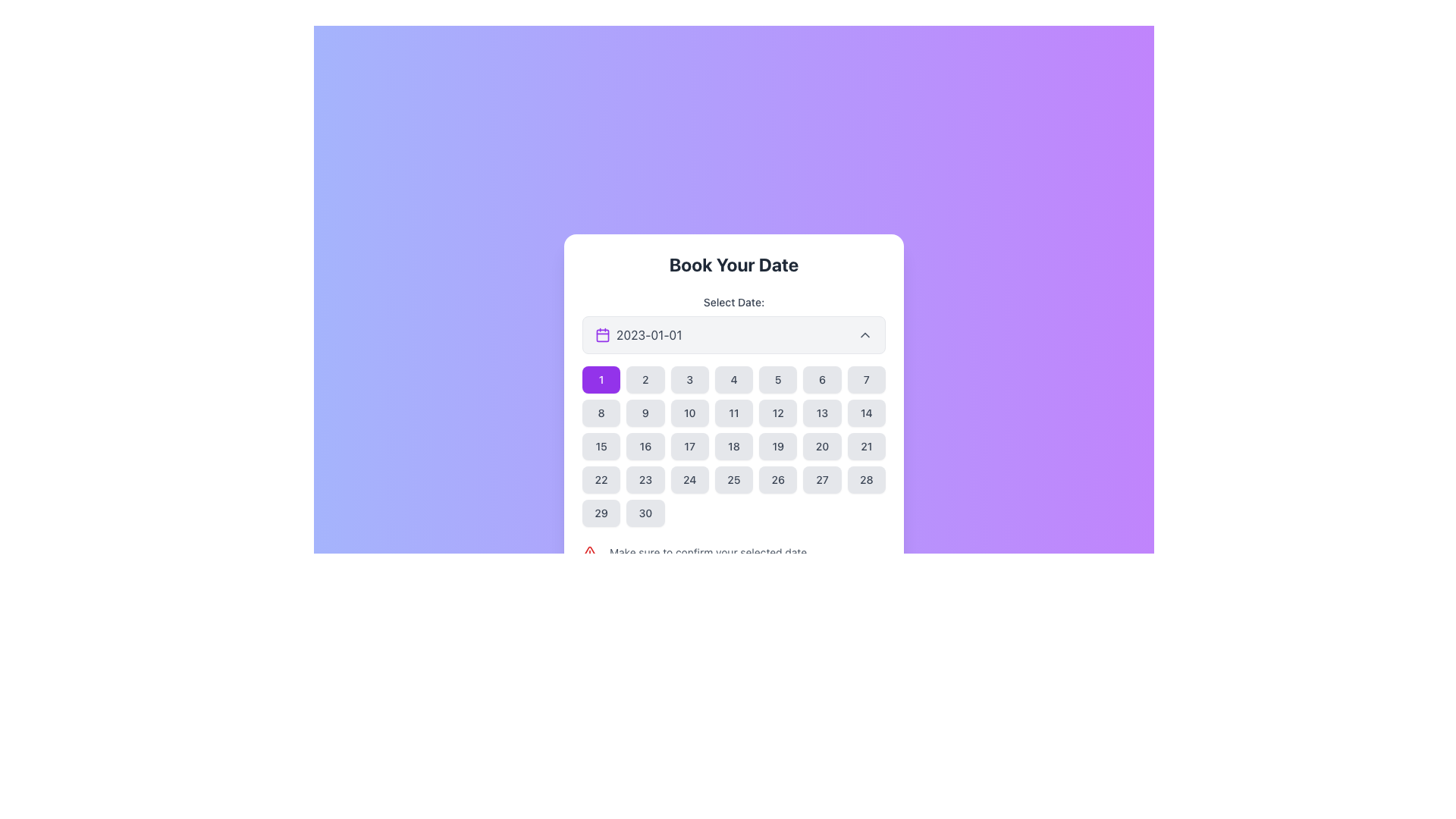 The width and height of the screenshot is (1456, 819). What do you see at coordinates (866, 479) in the screenshot?
I see `the selectable date option button for the date '28' in the calendar interface located in the sixth row and seventh column of the grid` at bounding box center [866, 479].